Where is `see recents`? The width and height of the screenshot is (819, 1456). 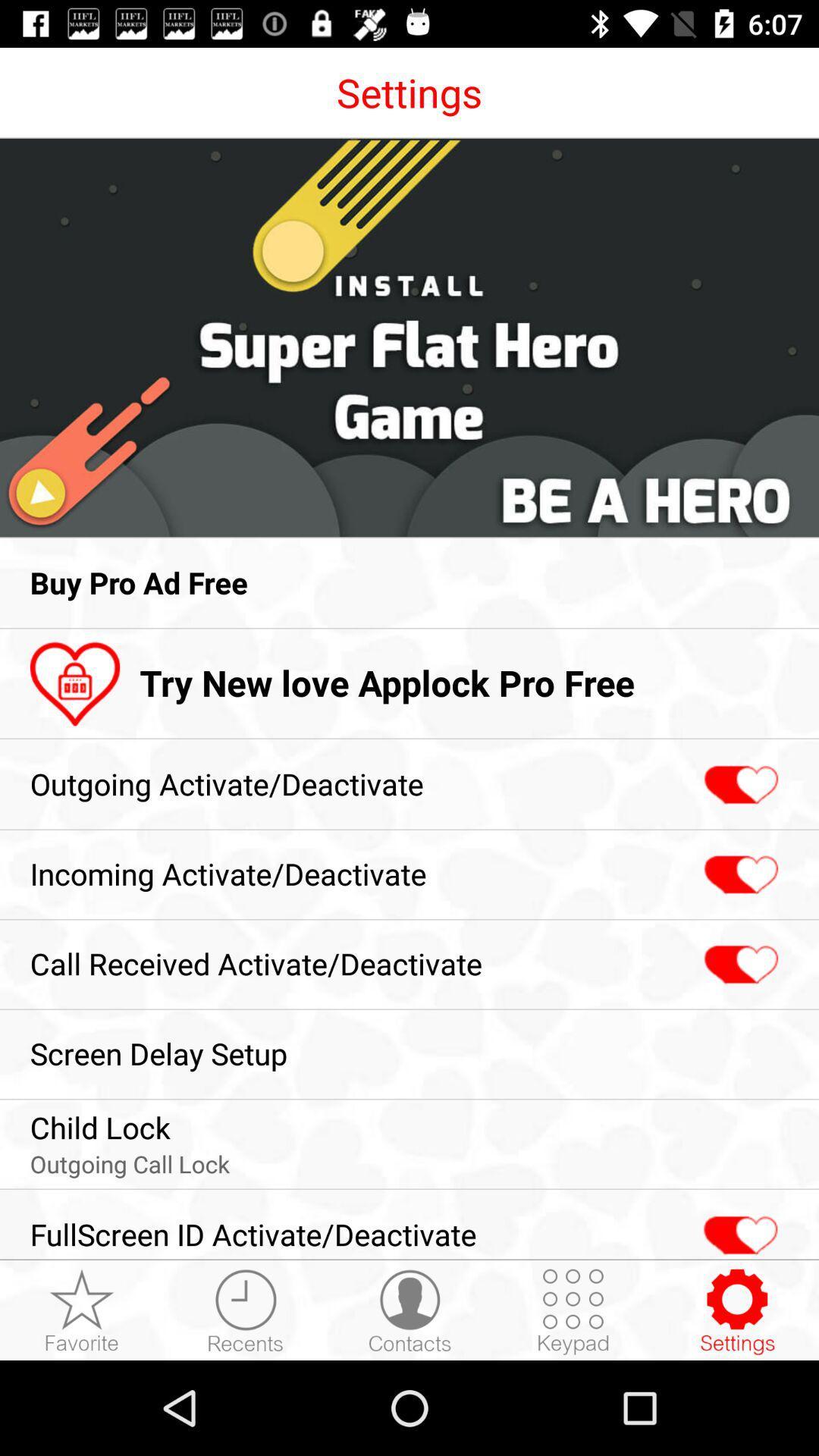
see recents is located at coordinates (245, 1310).